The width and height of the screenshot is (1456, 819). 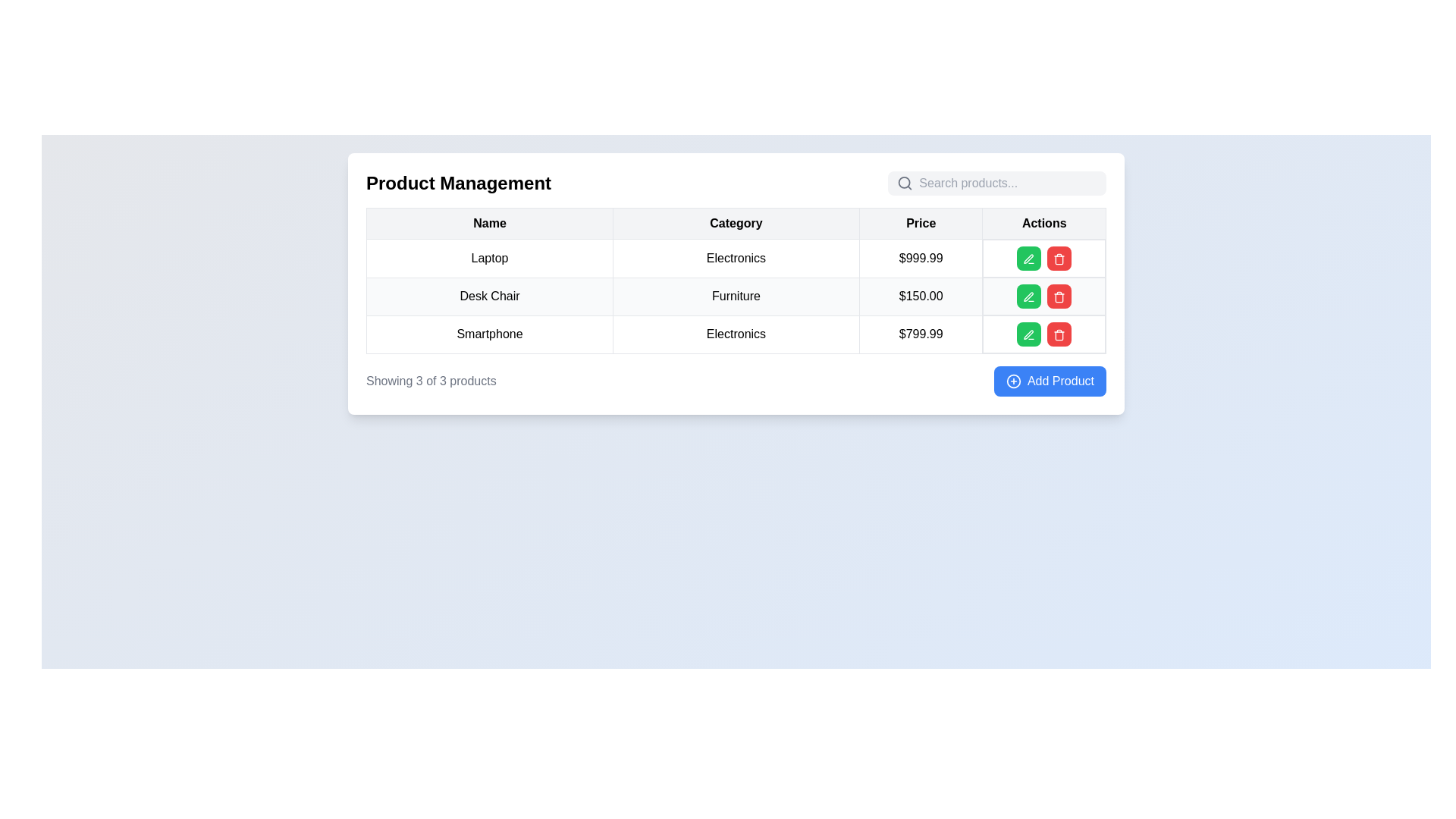 I want to click on the delete button located in the 'Actions' column of the third row in the data table, so click(x=1059, y=296).